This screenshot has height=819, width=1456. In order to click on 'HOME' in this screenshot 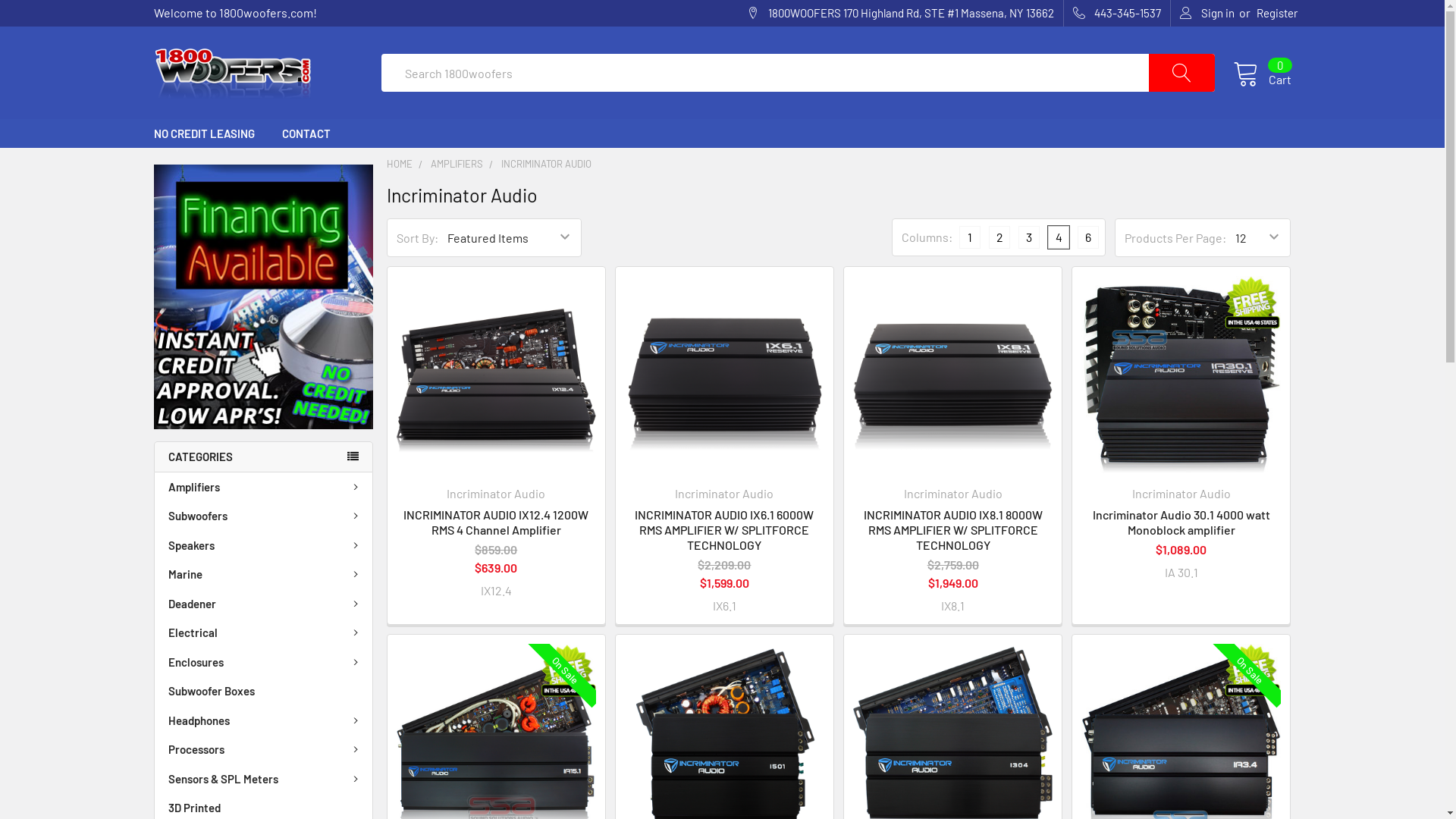, I will do `click(400, 164)`.